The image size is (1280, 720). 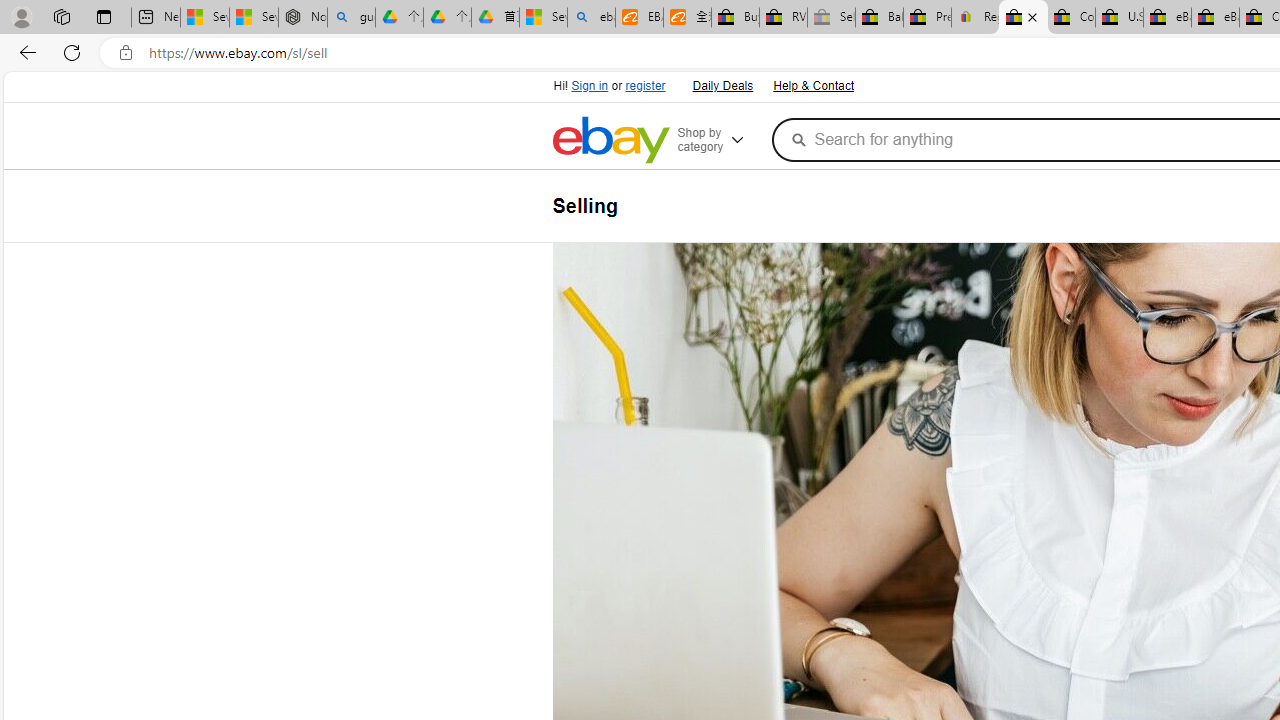 What do you see at coordinates (812, 83) in the screenshot?
I see `'Help & Contact'` at bounding box center [812, 83].